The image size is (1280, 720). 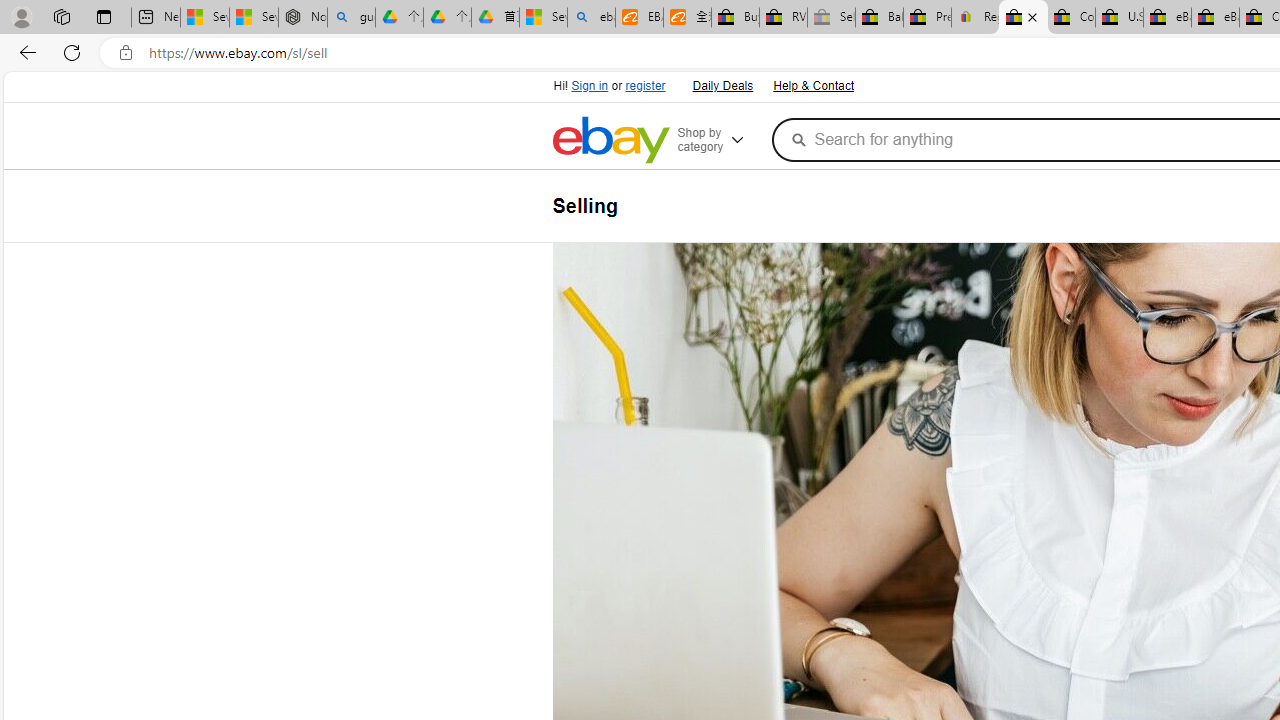 What do you see at coordinates (812, 83) in the screenshot?
I see `'Help & Contact'` at bounding box center [812, 83].